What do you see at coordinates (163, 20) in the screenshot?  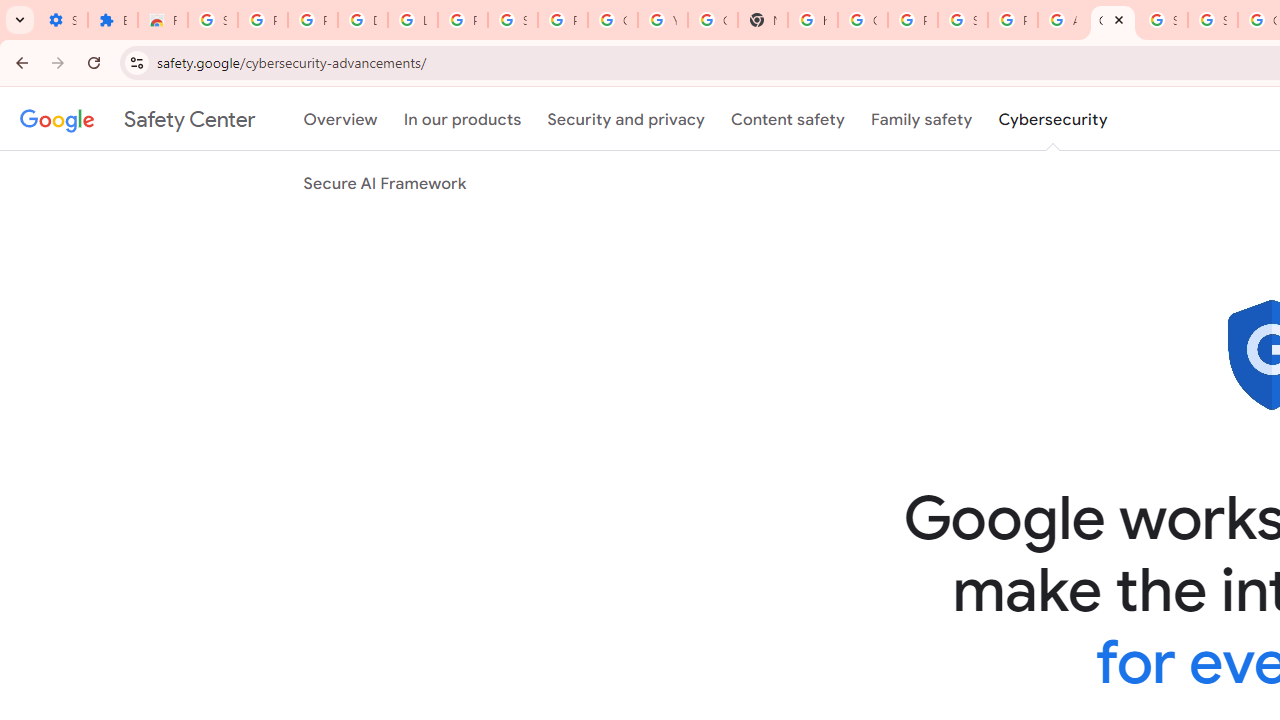 I see `'Reviews: Helix Fruit Jump Arcade Game'` at bounding box center [163, 20].